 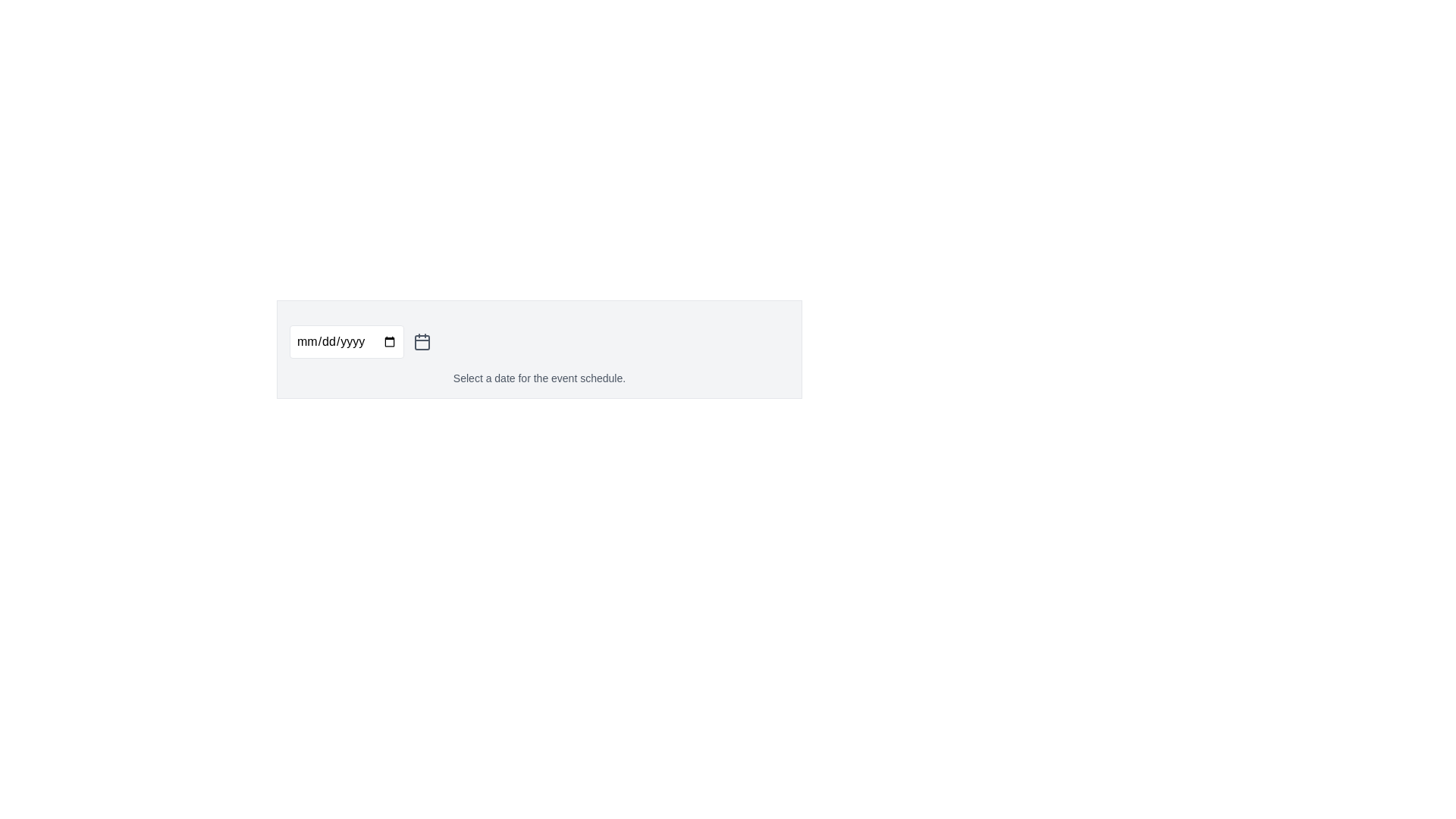 I want to click on the Date picker element, so click(x=539, y=342).